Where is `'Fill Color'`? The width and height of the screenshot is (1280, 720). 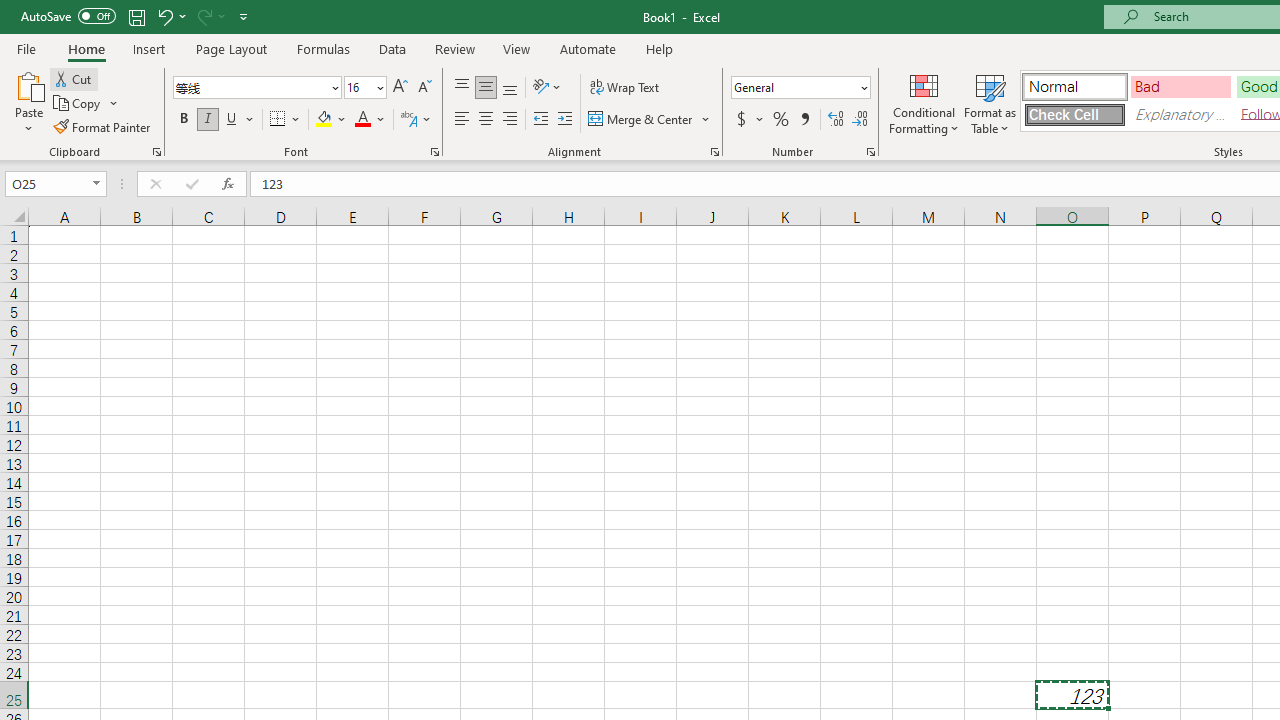
'Fill Color' is located at coordinates (331, 119).